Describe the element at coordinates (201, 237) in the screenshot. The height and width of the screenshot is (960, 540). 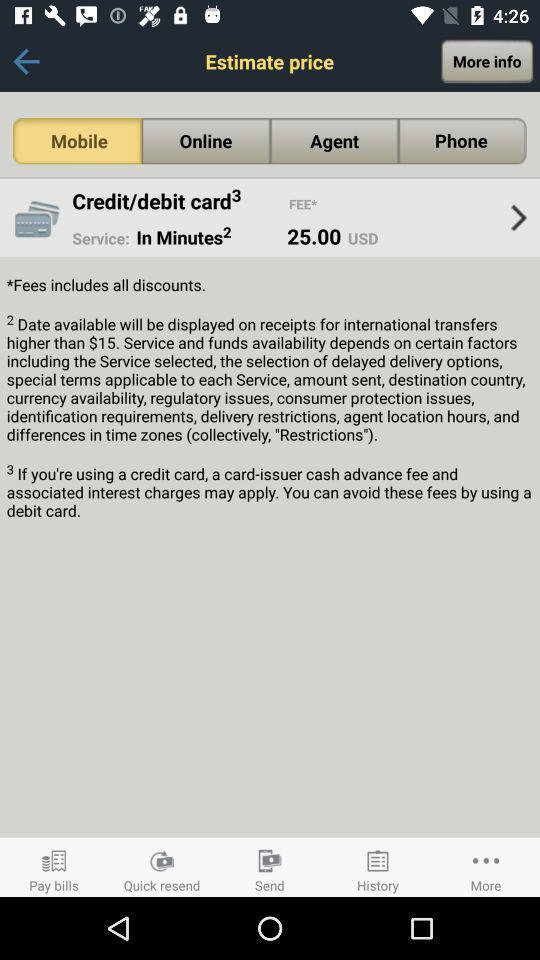
I see `icon above fees includes all app` at that location.